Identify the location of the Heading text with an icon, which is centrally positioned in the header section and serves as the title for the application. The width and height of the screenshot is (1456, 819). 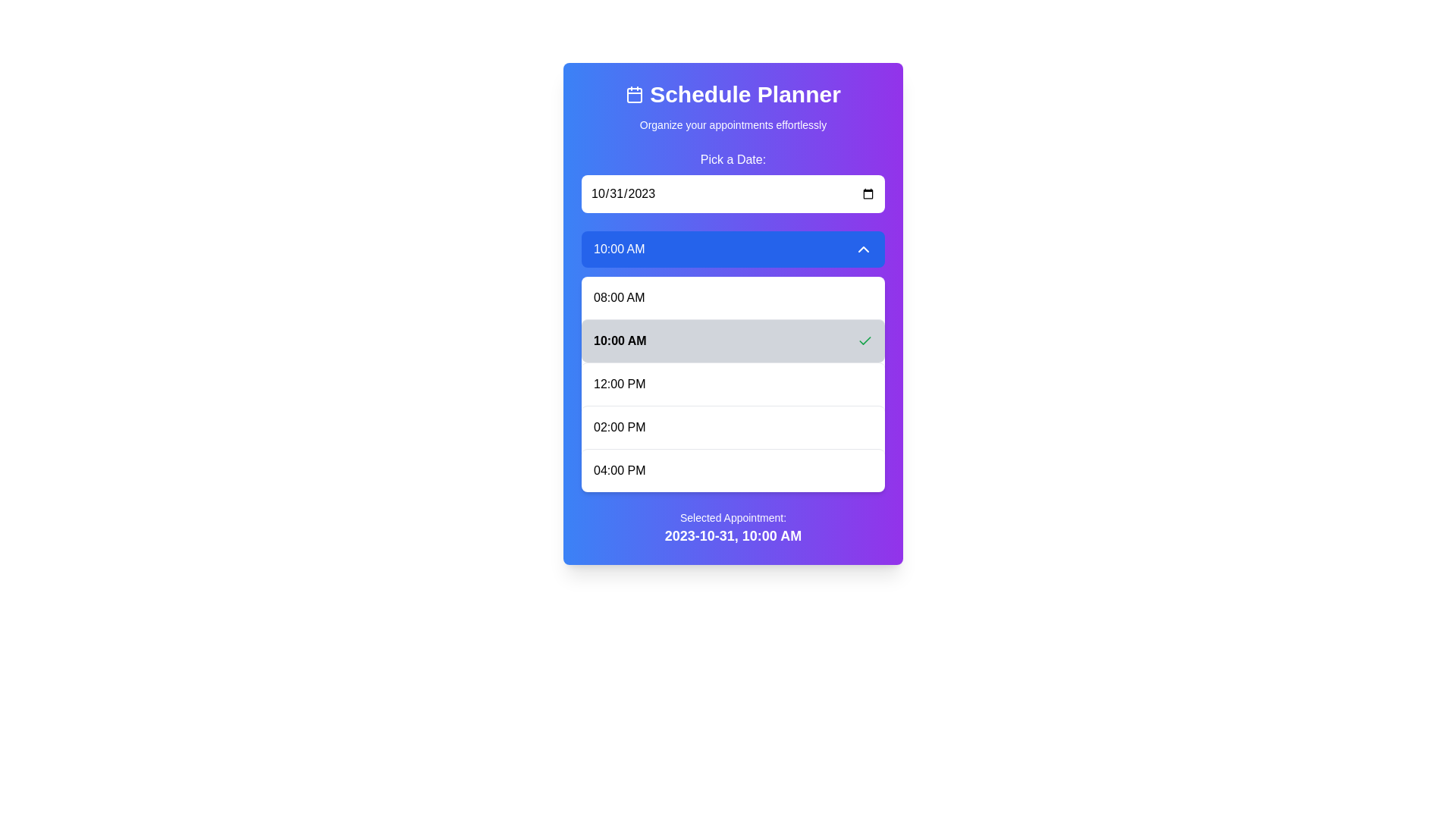
(733, 94).